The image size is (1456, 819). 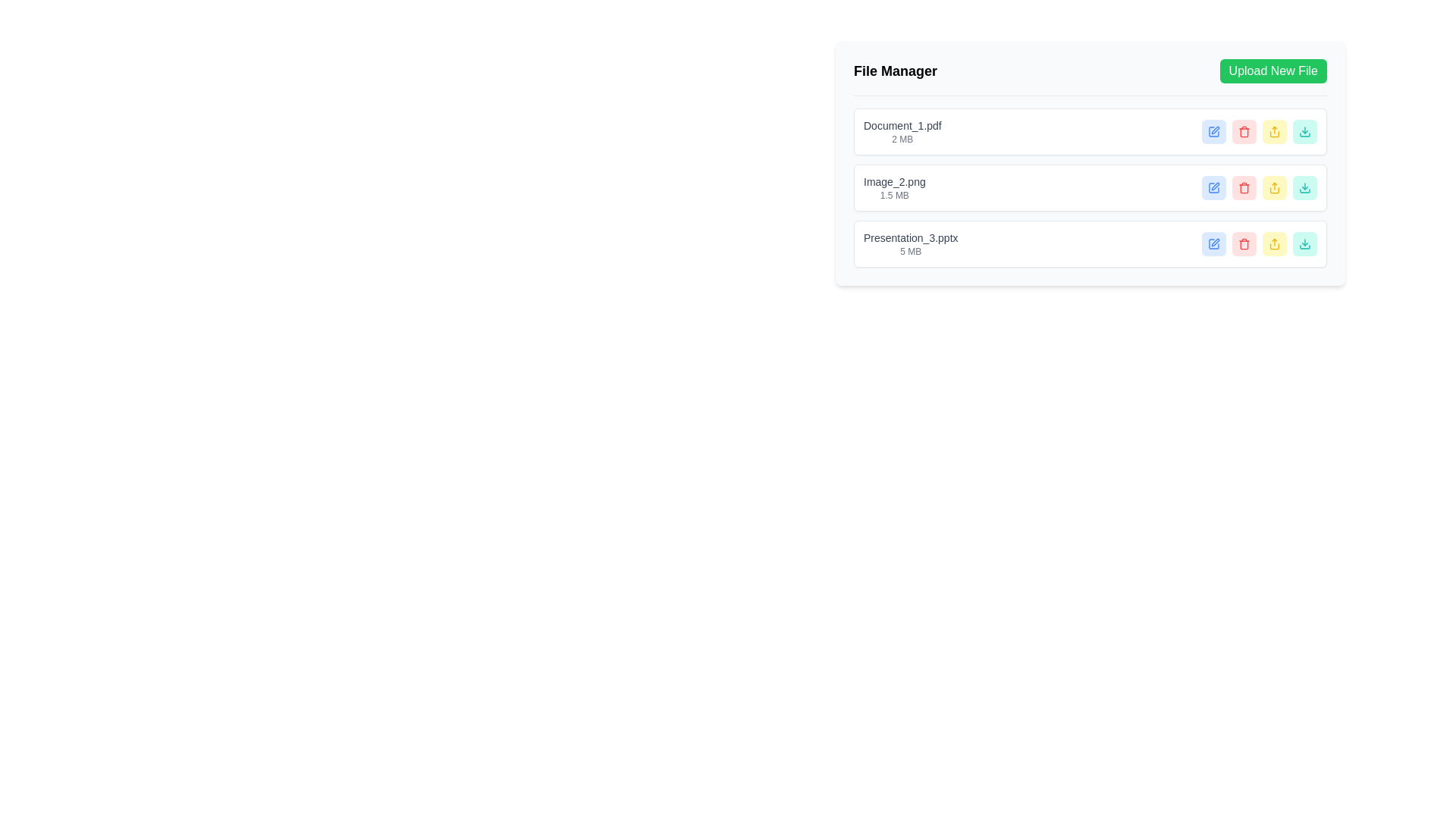 What do you see at coordinates (1090, 187) in the screenshot?
I see `the download button in the file management row for 'Image_2.png', located second in the list within the 'File Manager' interface` at bounding box center [1090, 187].